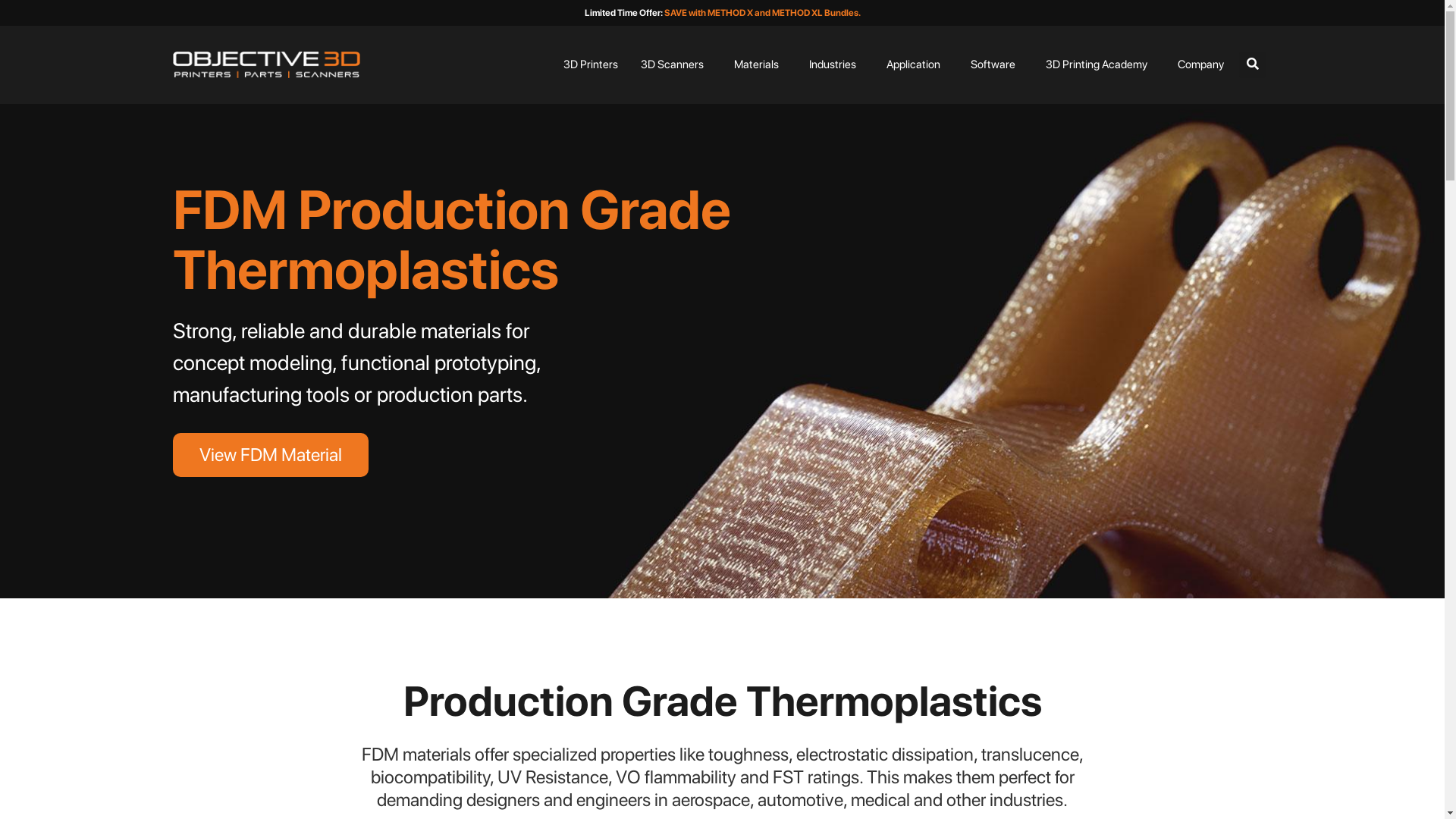  What do you see at coordinates (993, 64) in the screenshot?
I see `'Software'` at bounding box center [993, 64].